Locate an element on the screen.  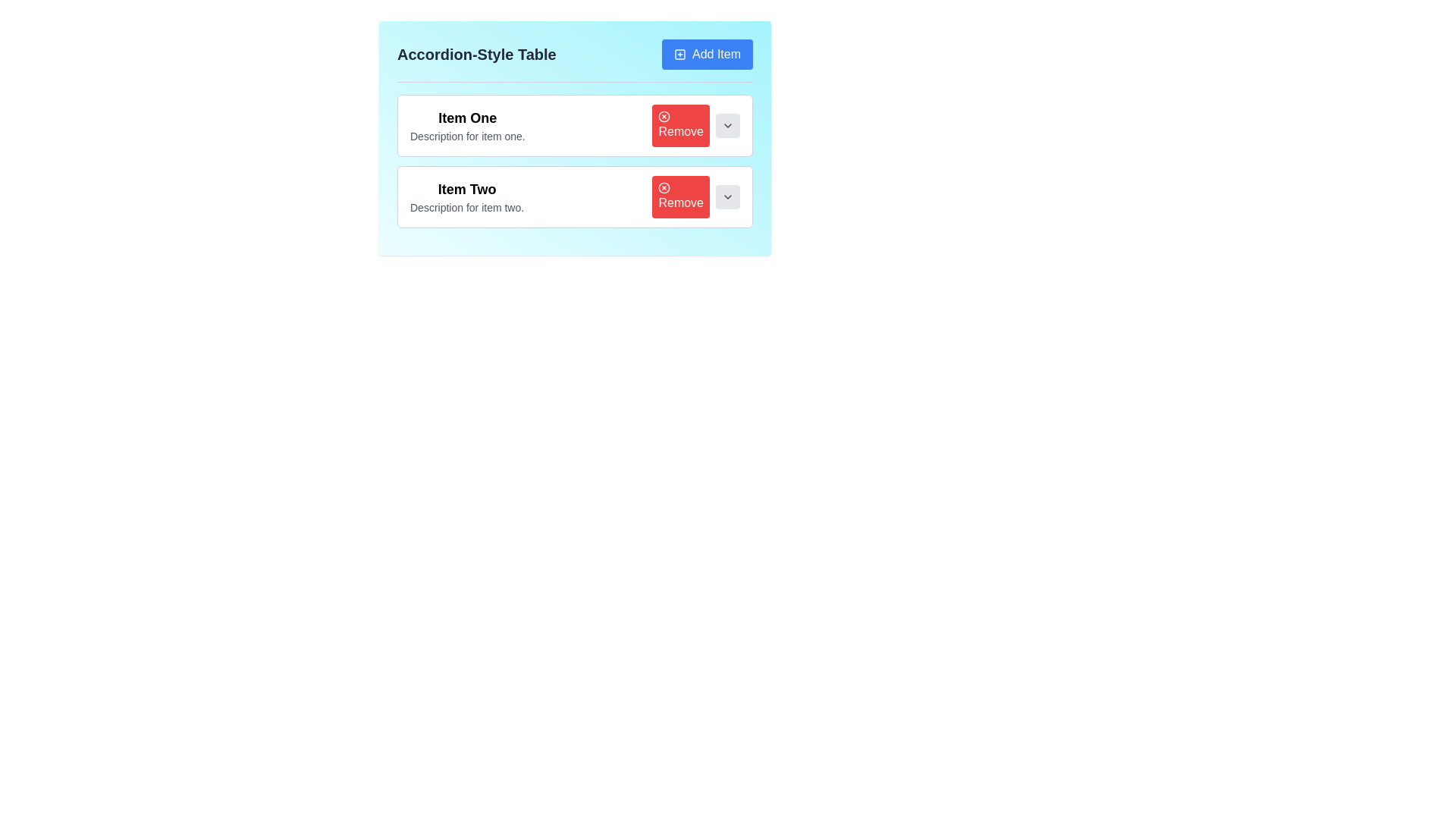
the small, square, gray dropdown toggle button with a downward-pointing chevron, located to the right of the 'Remove' button for 'Item Two' in the accordion-style UI is located at coordinates (728, 196).